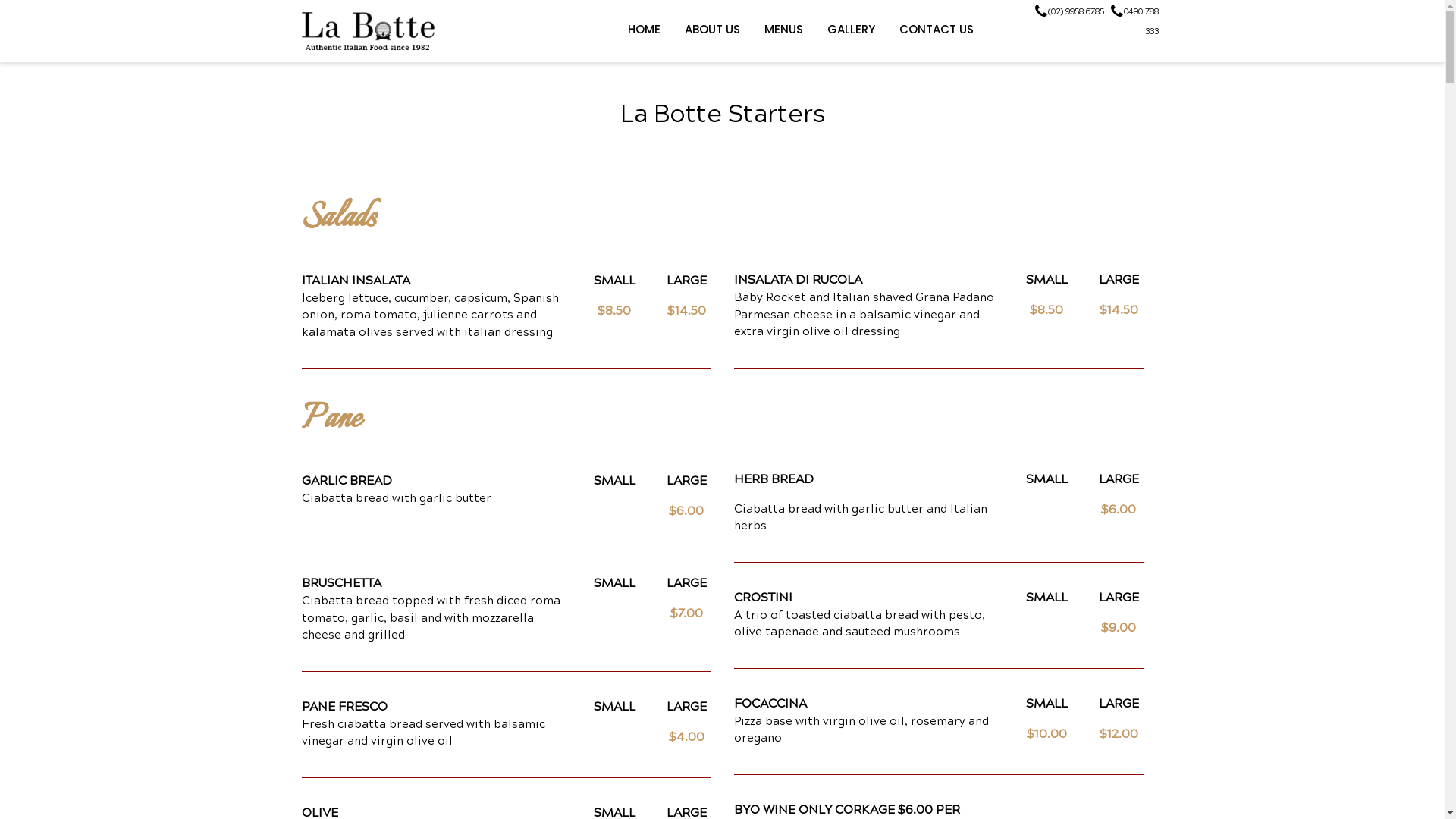 This screenshot has height=819, width=1456. Describe the element at coordinates (711, 29) in the screenshot. I see `'ABOUT US'` at that location.